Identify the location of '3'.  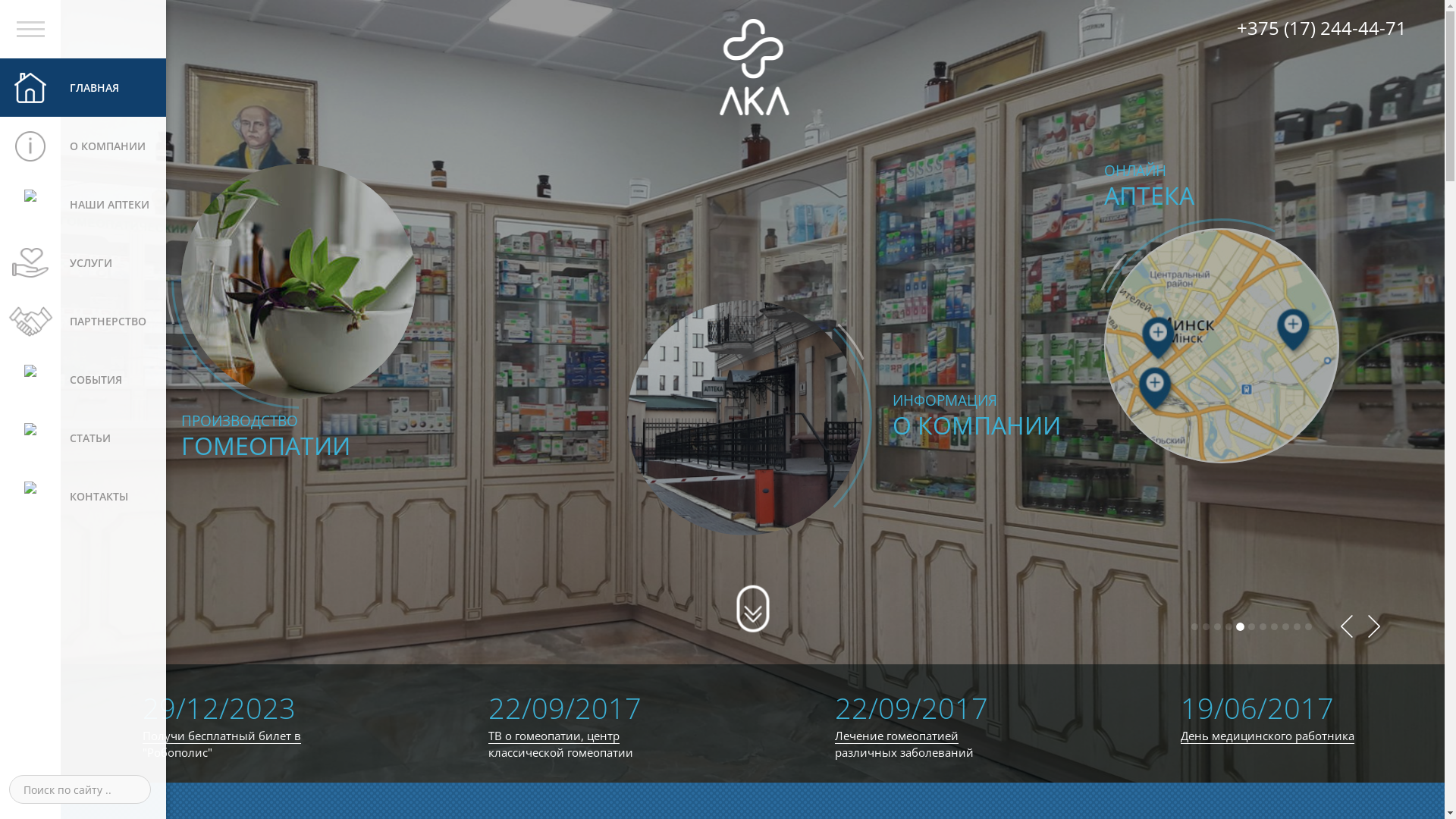
(1217, 626).